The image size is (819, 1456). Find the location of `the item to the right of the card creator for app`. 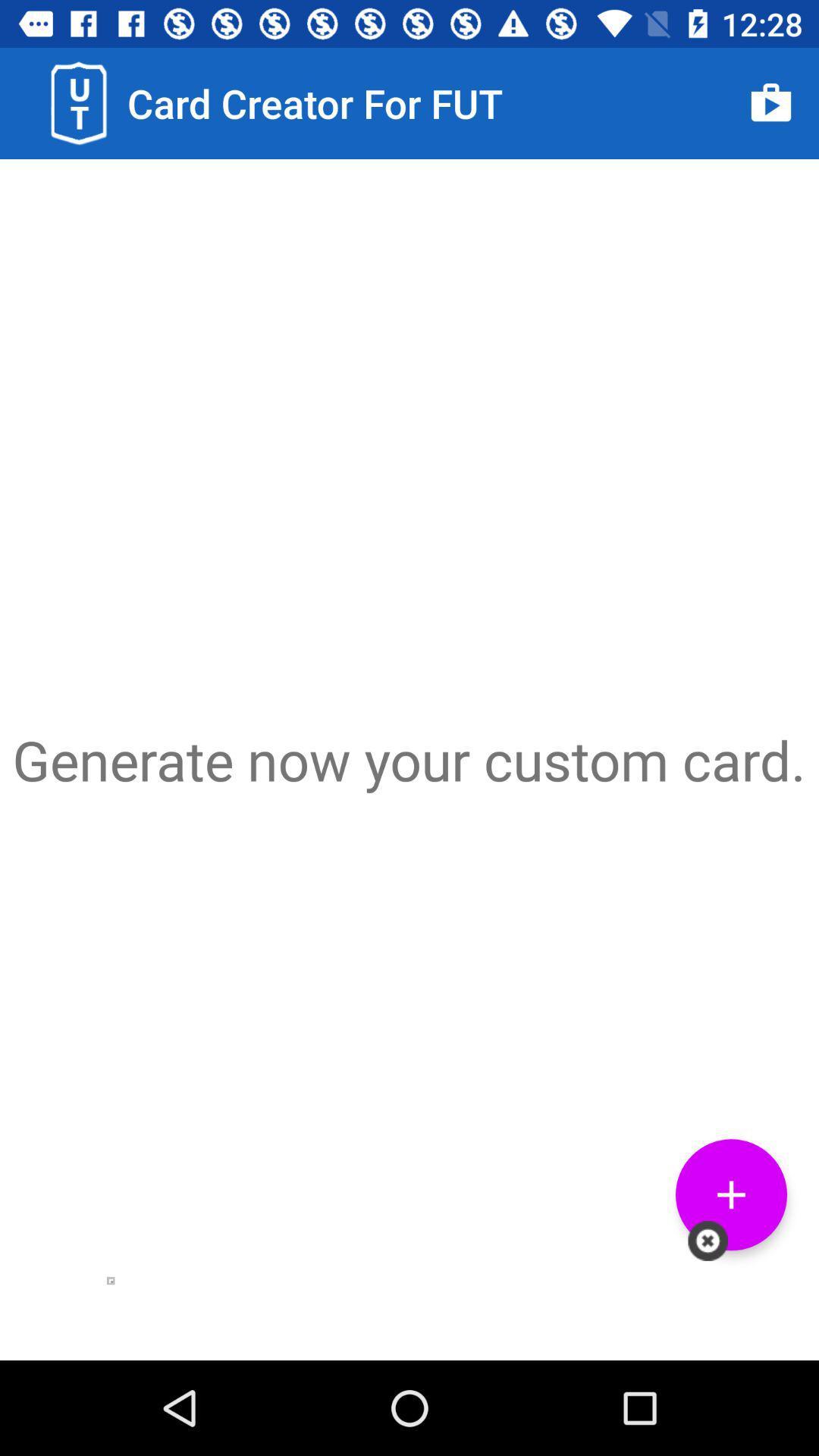

the item to the right of the card creator for app is located at coordinates (771, 102).